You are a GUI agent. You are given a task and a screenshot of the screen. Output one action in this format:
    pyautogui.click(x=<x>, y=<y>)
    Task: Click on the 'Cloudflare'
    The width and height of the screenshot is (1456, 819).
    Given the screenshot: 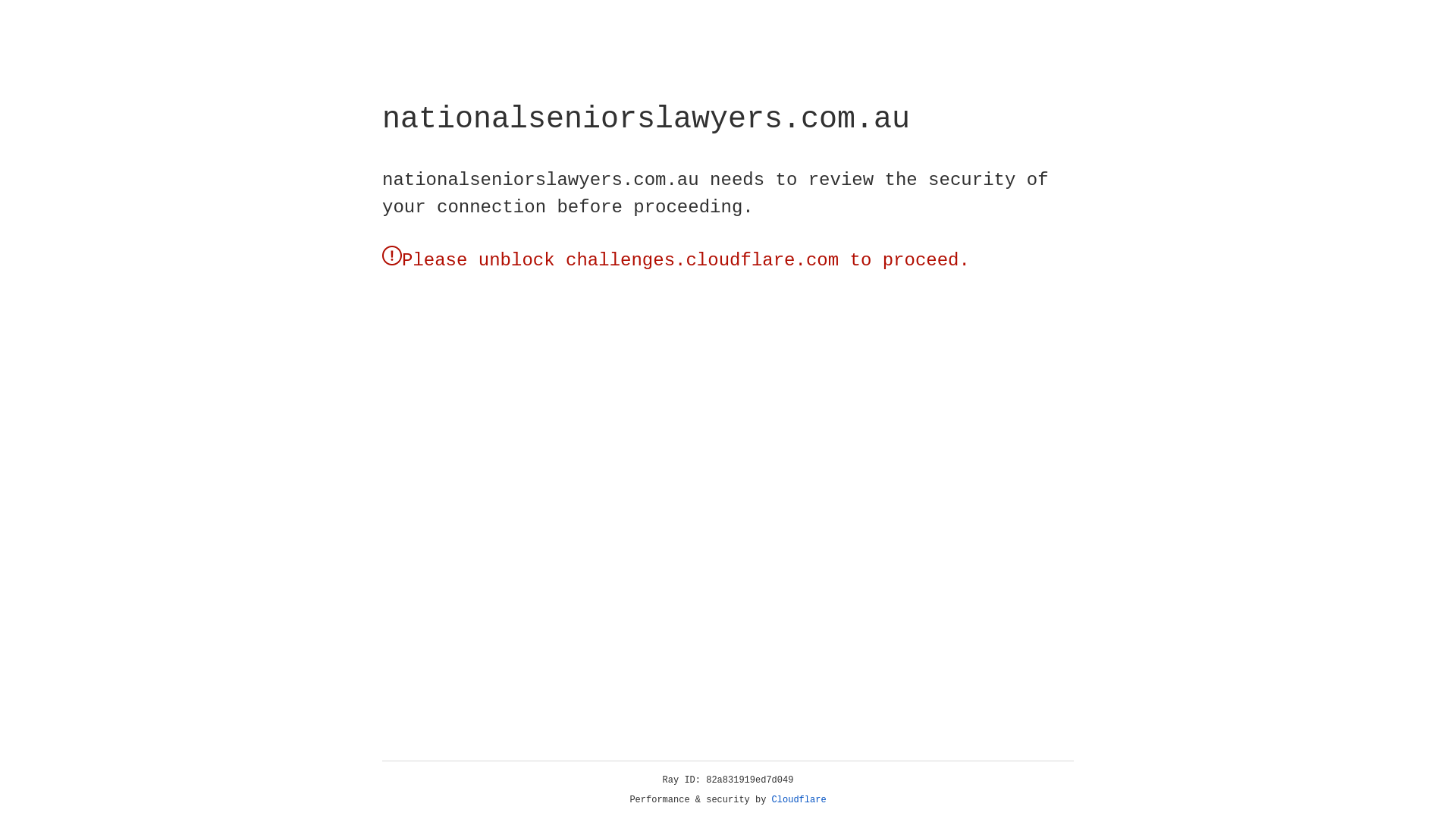 What is the action you would take?
    pyautogui.click(x=799, y=799)
    